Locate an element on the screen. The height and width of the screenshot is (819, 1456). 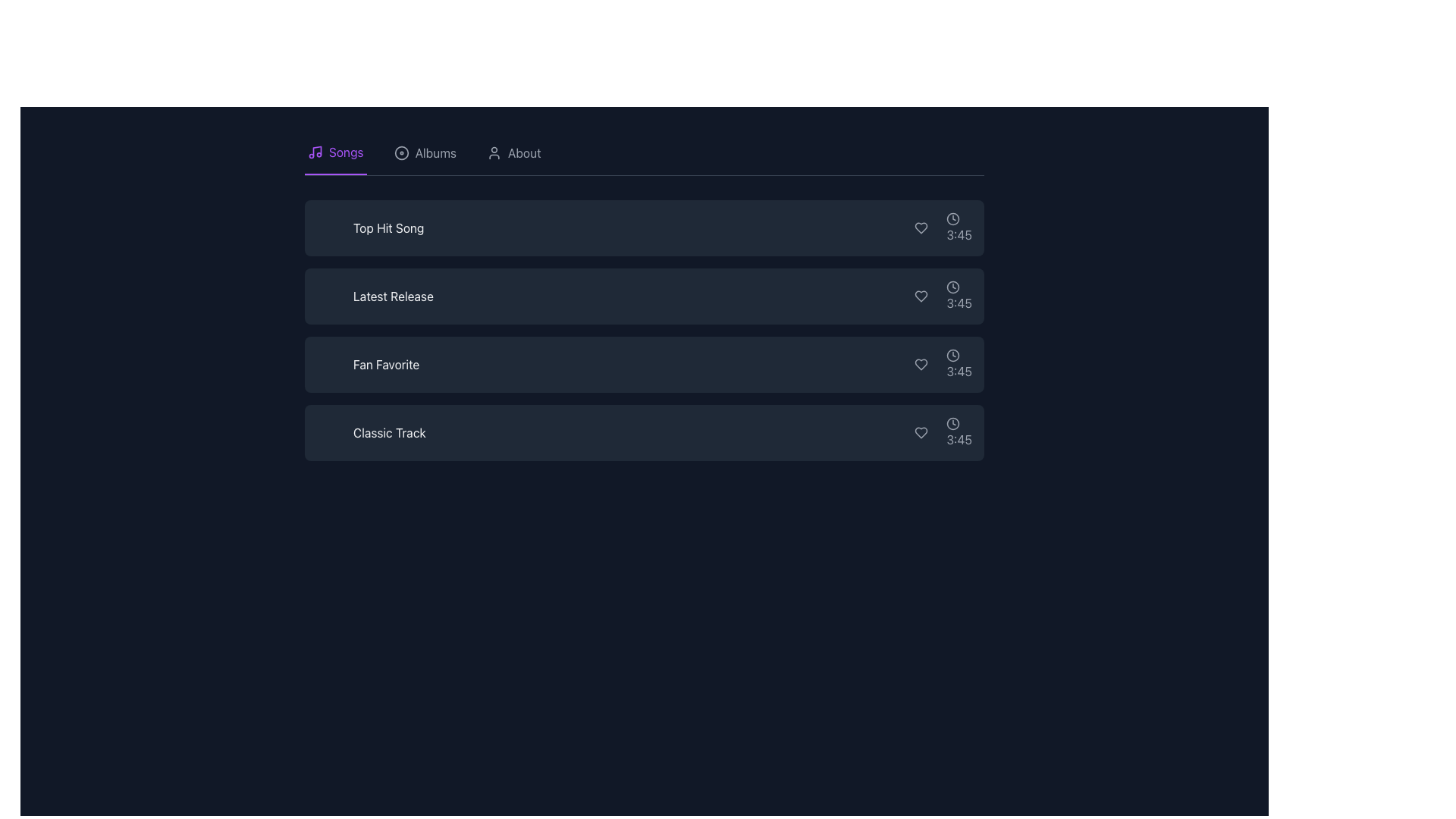
the heart-shaped outline icon is located at coordinates (921, 365).